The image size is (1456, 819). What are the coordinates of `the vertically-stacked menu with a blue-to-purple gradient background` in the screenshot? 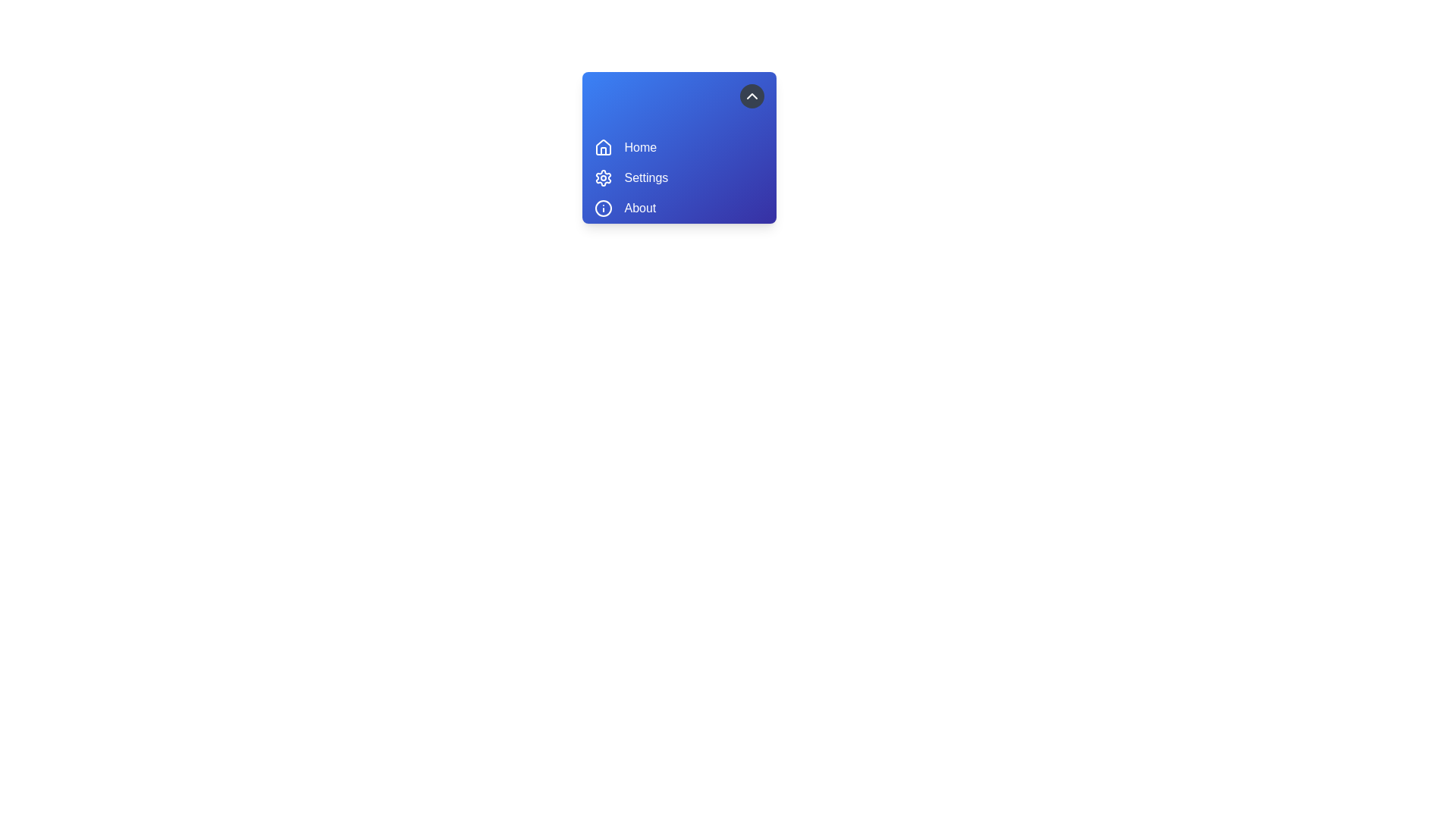 It's located at (726, 148).